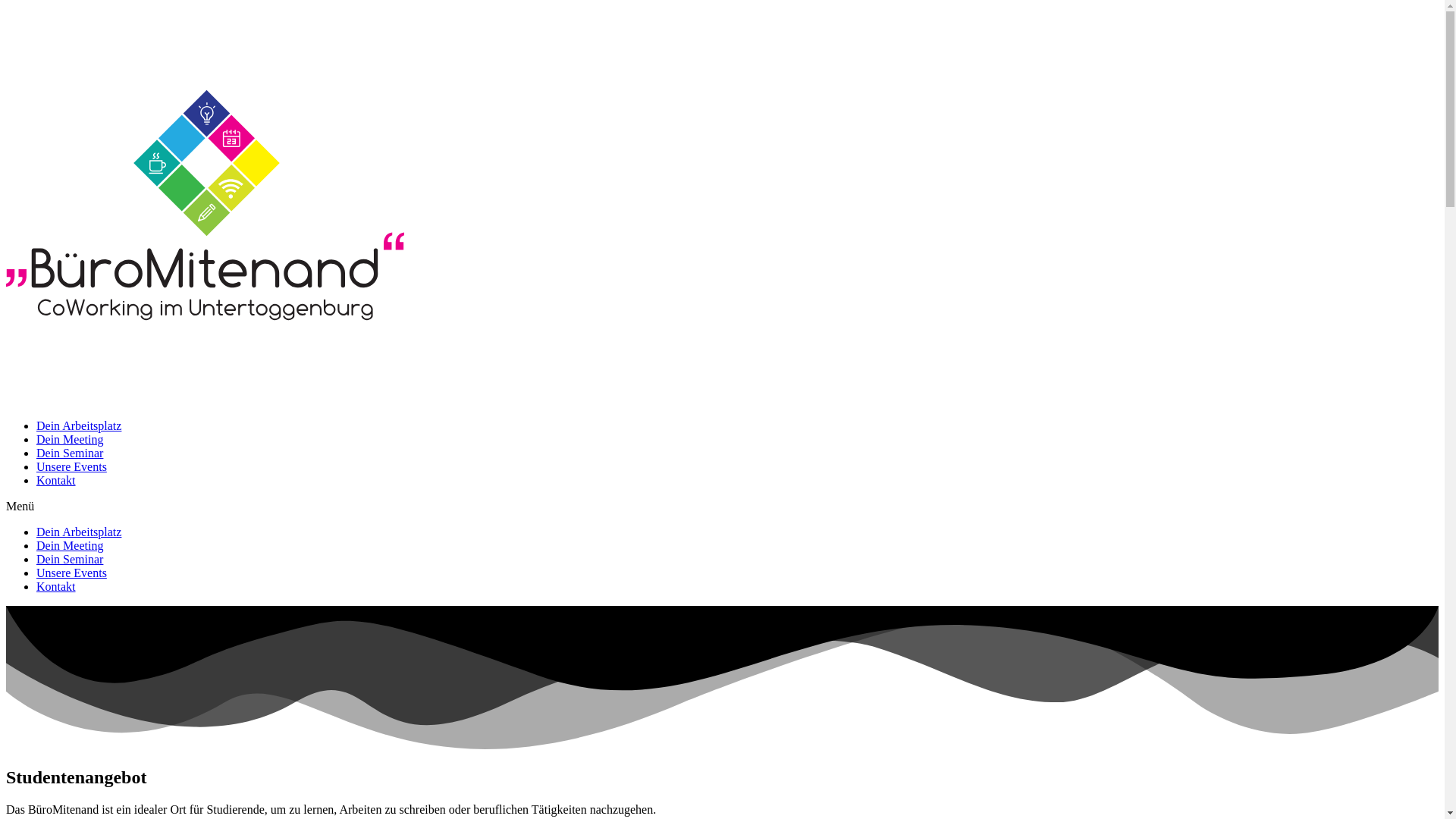  Describe the element at coordinates (36, 425) in the screenshot. I see `'Dein Arbeitsplatz'` at that location.